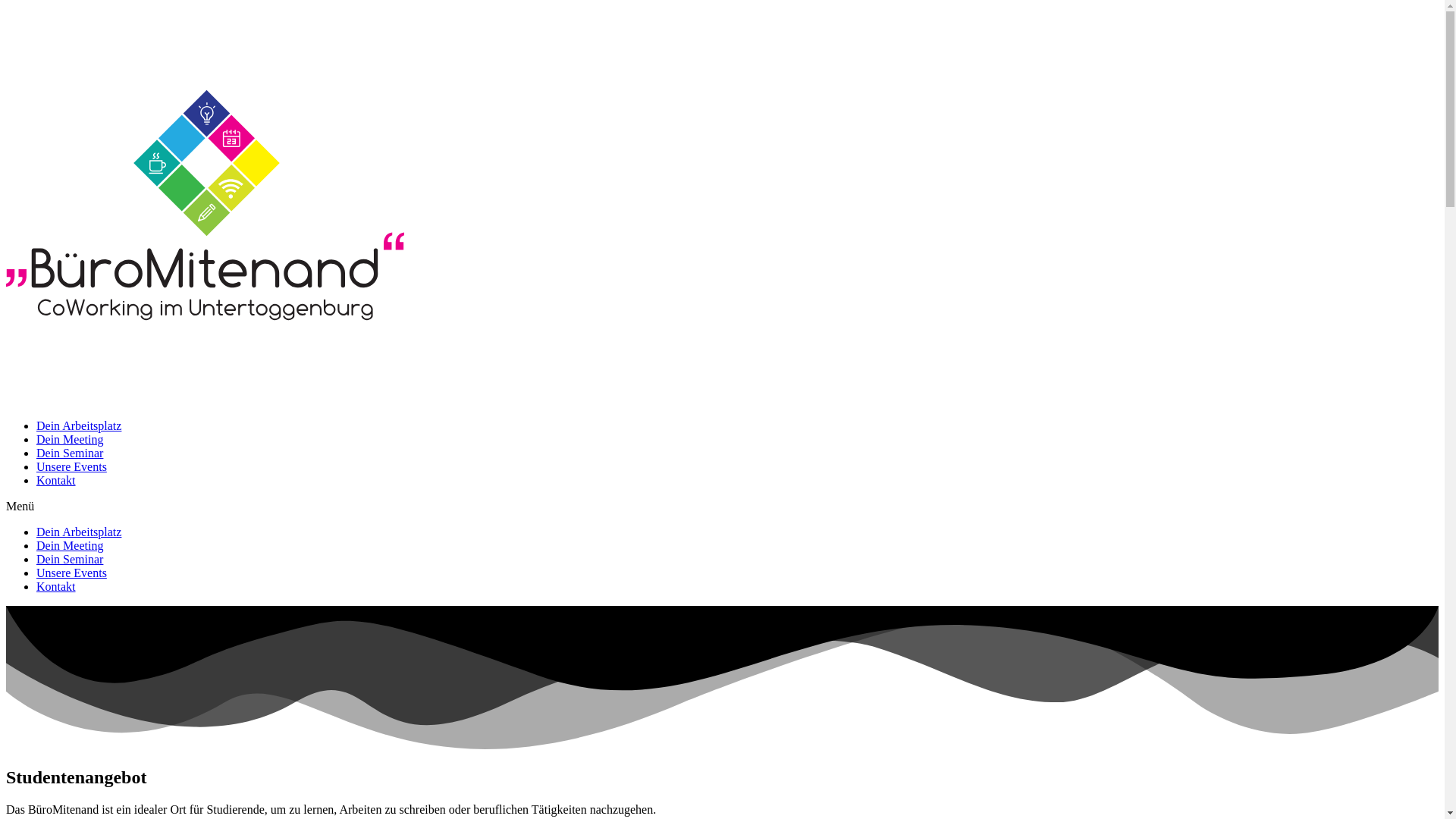  Describe the element at coordinates (36, 425) in the screenshot. I see `'Dein Arbeitsplatz'` at that location.